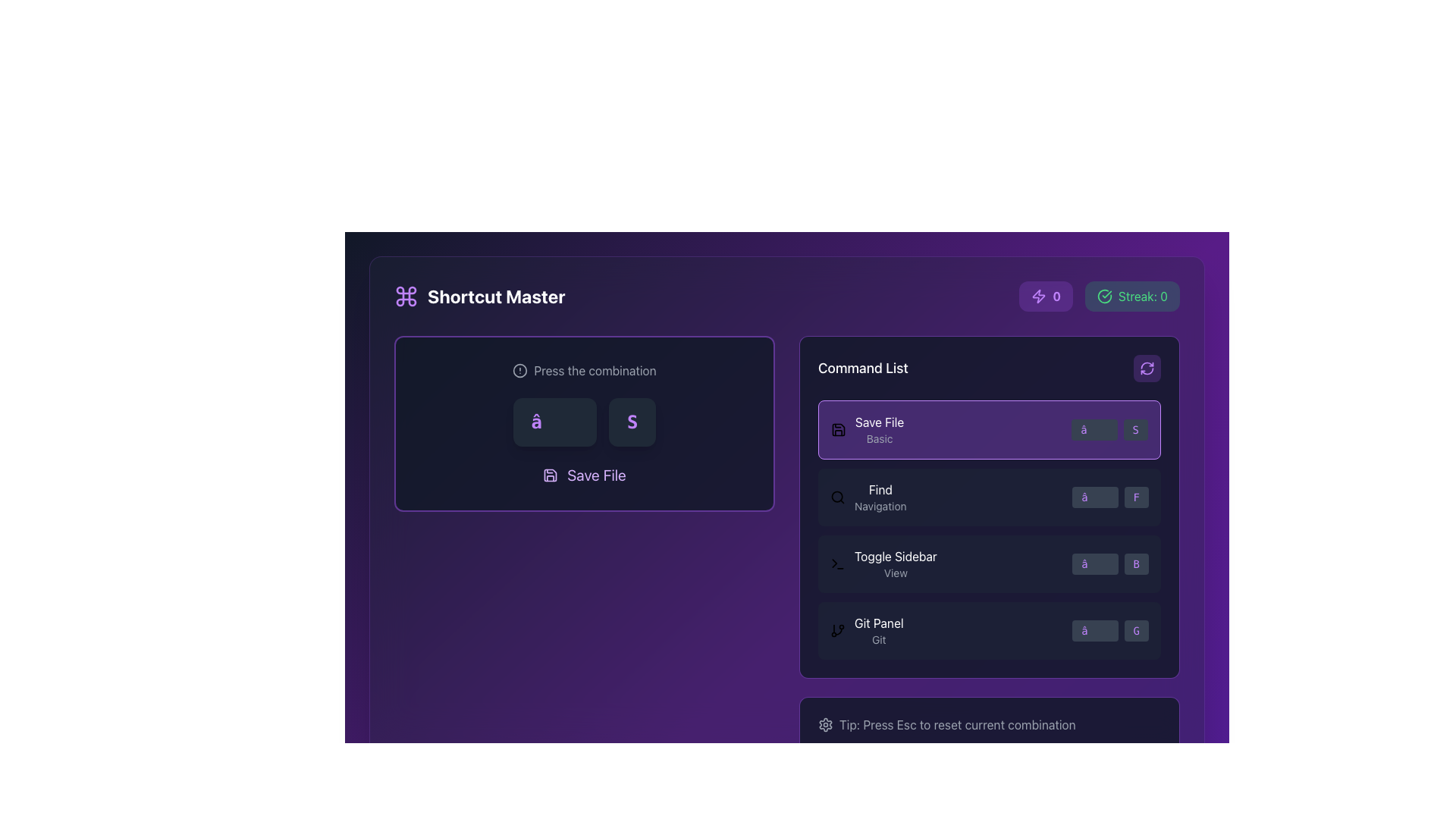 The image size is (1456, 819). Describe the element at coordinates (1136, 497) in the screenshot. I see `the 'F' shortcut key display element, which is a rounded rectangle with a dark gray background and a purple 'F' character inside it, located in the 'Find' row of the Command List section` at that location.